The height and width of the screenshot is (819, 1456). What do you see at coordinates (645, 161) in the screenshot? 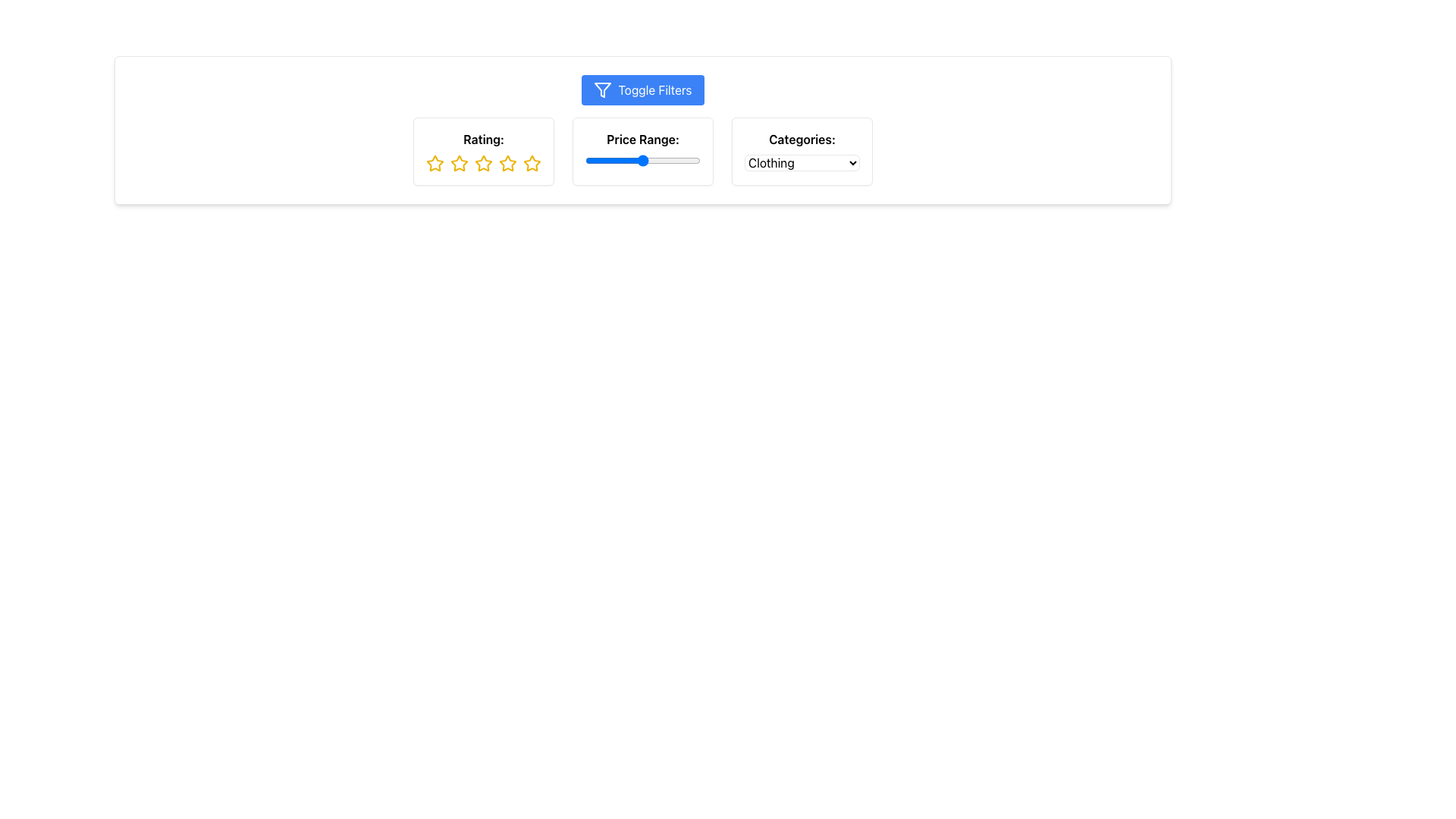
I see `the price range slider` at bounding box center [645, 161].